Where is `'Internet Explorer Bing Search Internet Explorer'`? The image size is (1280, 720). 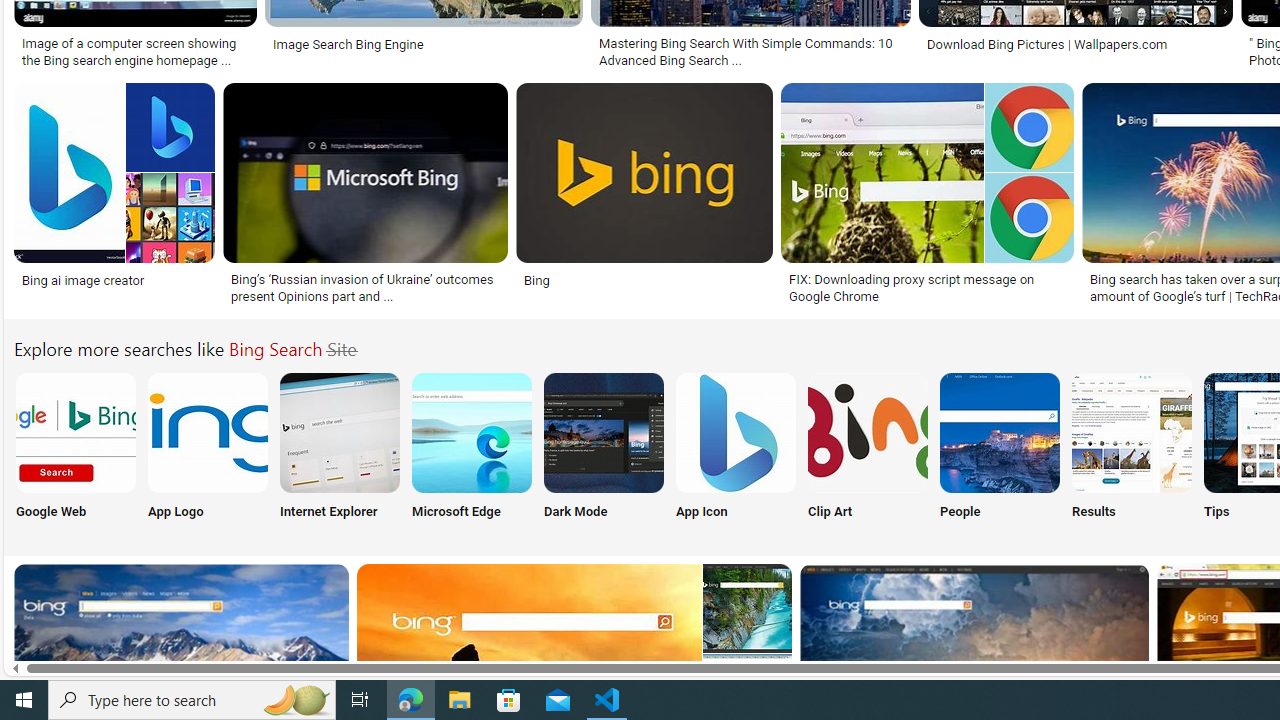 'Internet Explorer Bing Search Internet Explorer' is located at coordinates (339, 450).